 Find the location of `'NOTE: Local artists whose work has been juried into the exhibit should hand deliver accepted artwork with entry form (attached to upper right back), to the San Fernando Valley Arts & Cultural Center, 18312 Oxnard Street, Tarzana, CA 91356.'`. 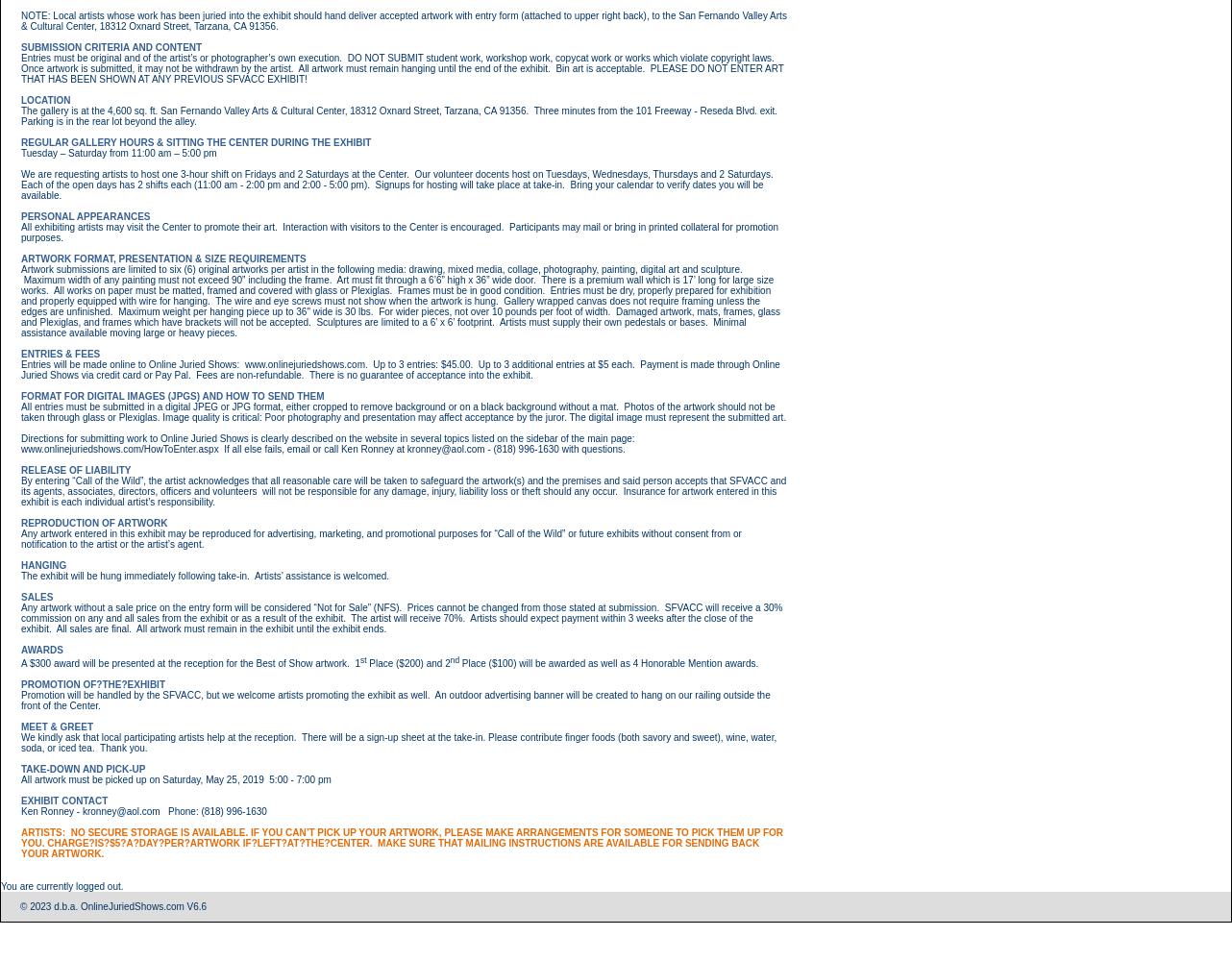

'NOTE: Local artists whose work has been juried into the exhibit should hand deliver accepted artwork with entry form (attached to upper right back), to the San Fernando Valley Arts & Cultural Center, 18312 Oxnard Street, Tarzana, CA 91356.' is located at coordinates (402, 20).